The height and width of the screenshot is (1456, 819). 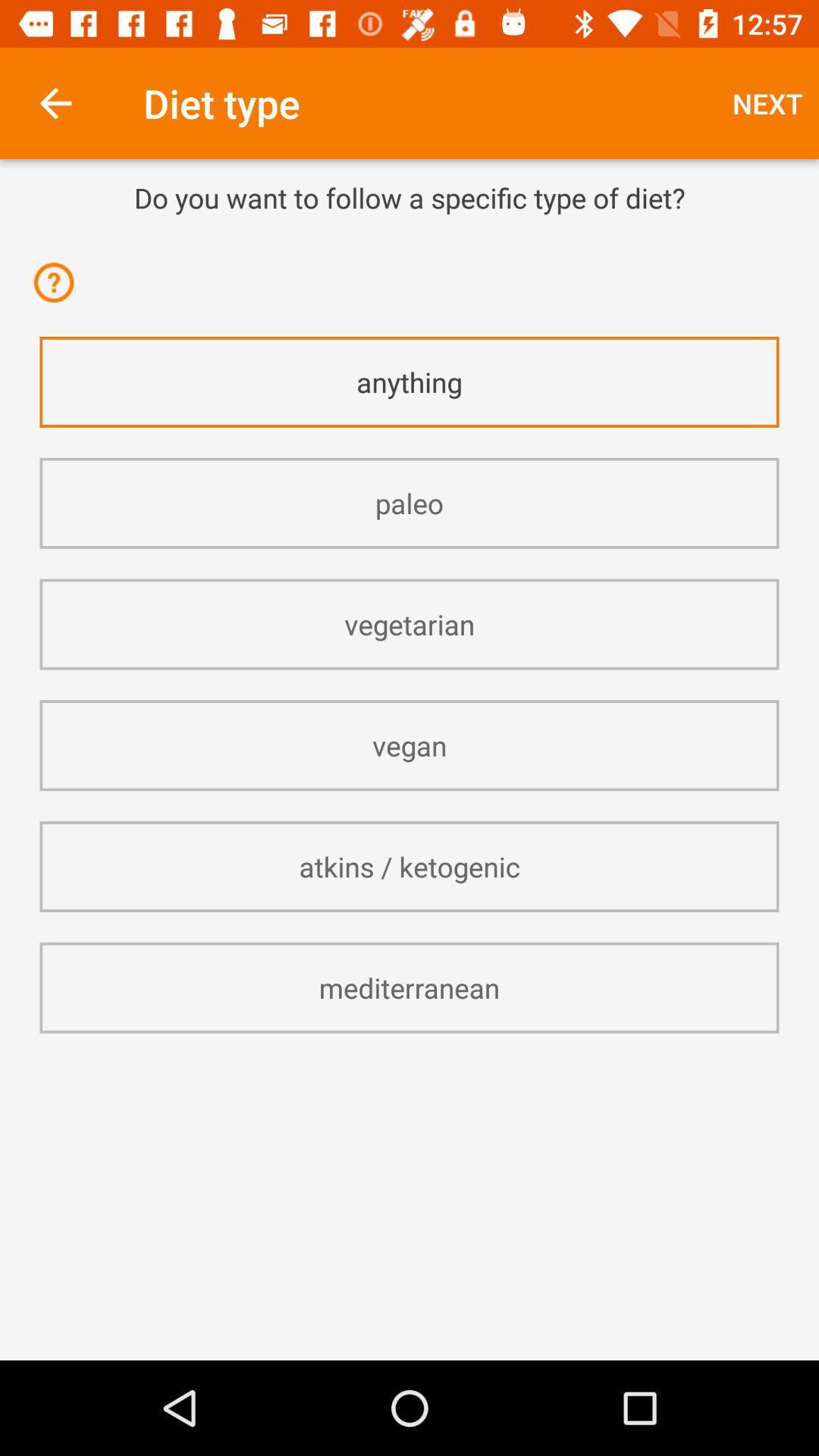 I want to click on the item above anything item, so click(x=58, y=292).